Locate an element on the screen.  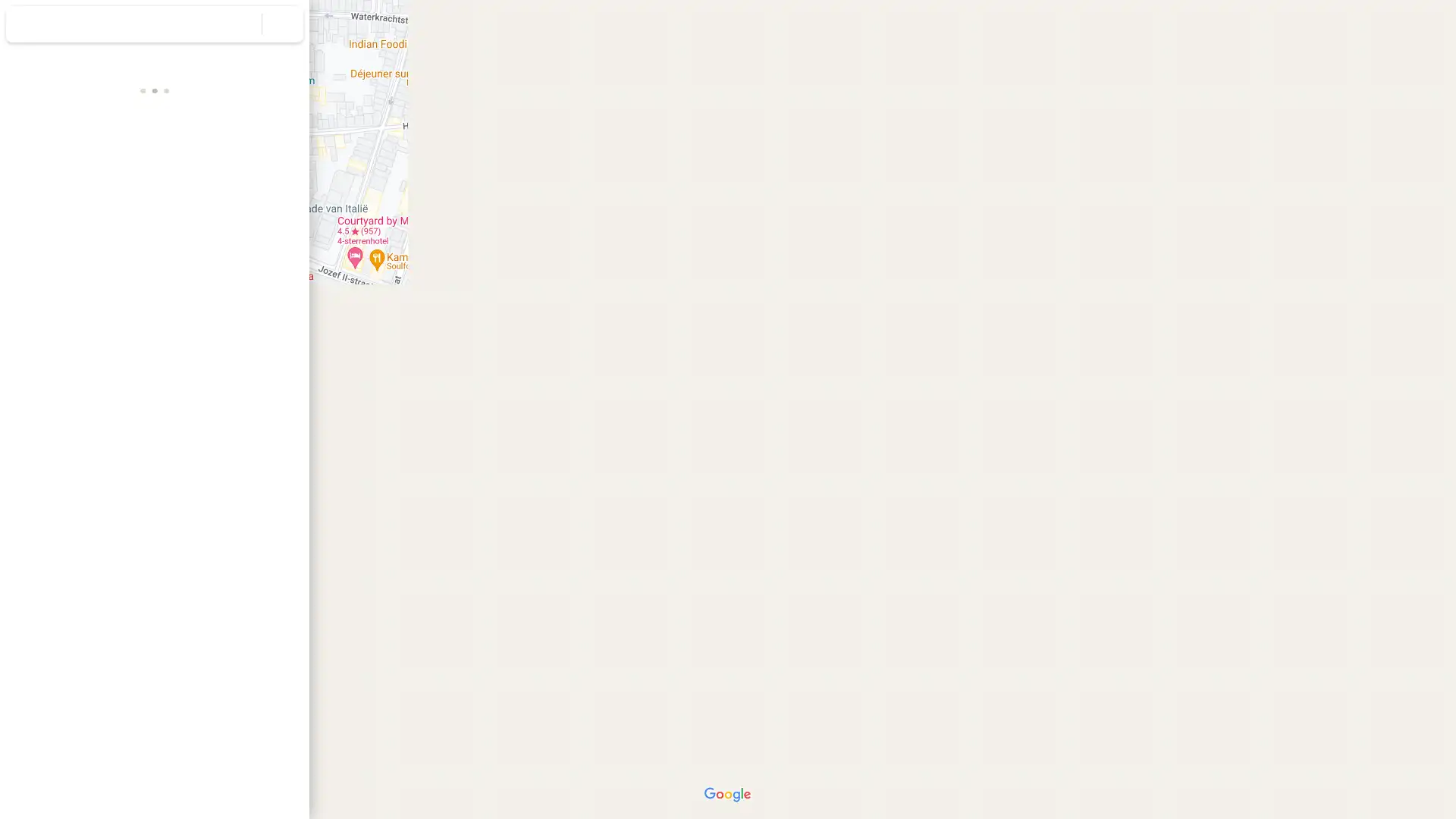
Menu is located at coordinates (27, 26).